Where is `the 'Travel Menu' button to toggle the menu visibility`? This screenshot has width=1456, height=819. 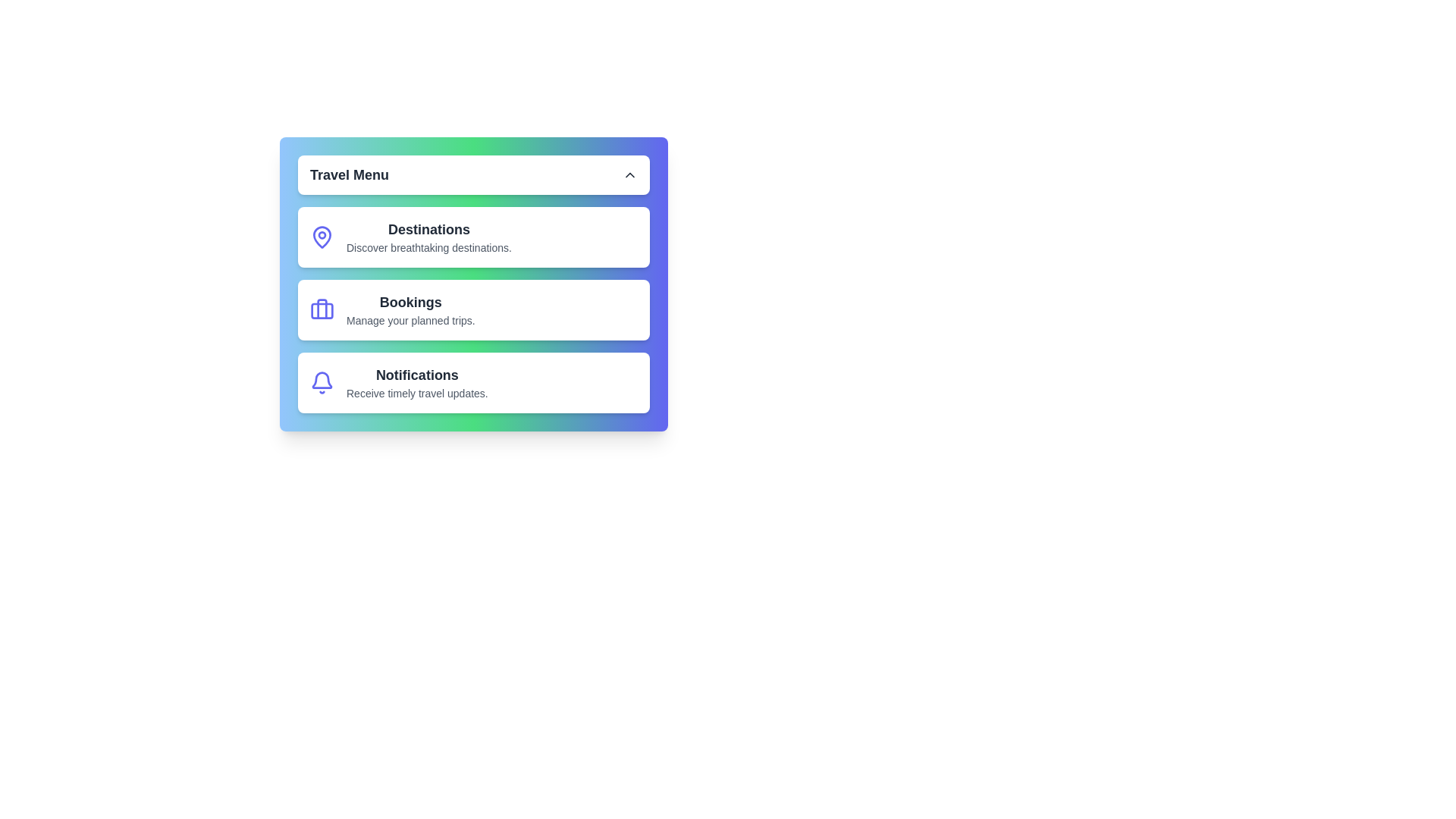
the 'Travel Menu' button to toggle the menu visibility is located at coordinates (472, 174).